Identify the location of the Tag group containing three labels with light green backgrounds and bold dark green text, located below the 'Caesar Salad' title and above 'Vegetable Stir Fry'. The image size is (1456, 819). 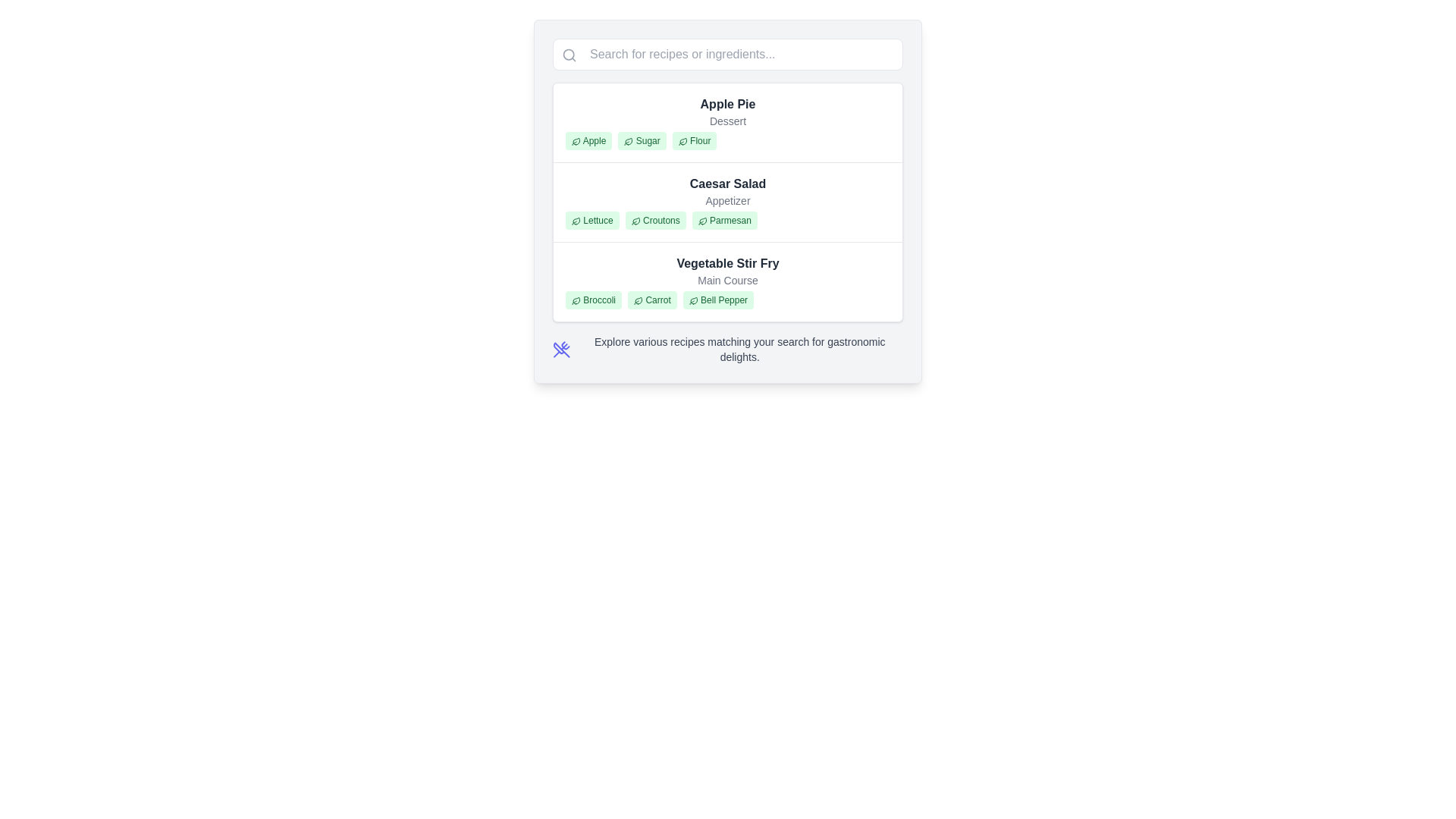
(728, 220).